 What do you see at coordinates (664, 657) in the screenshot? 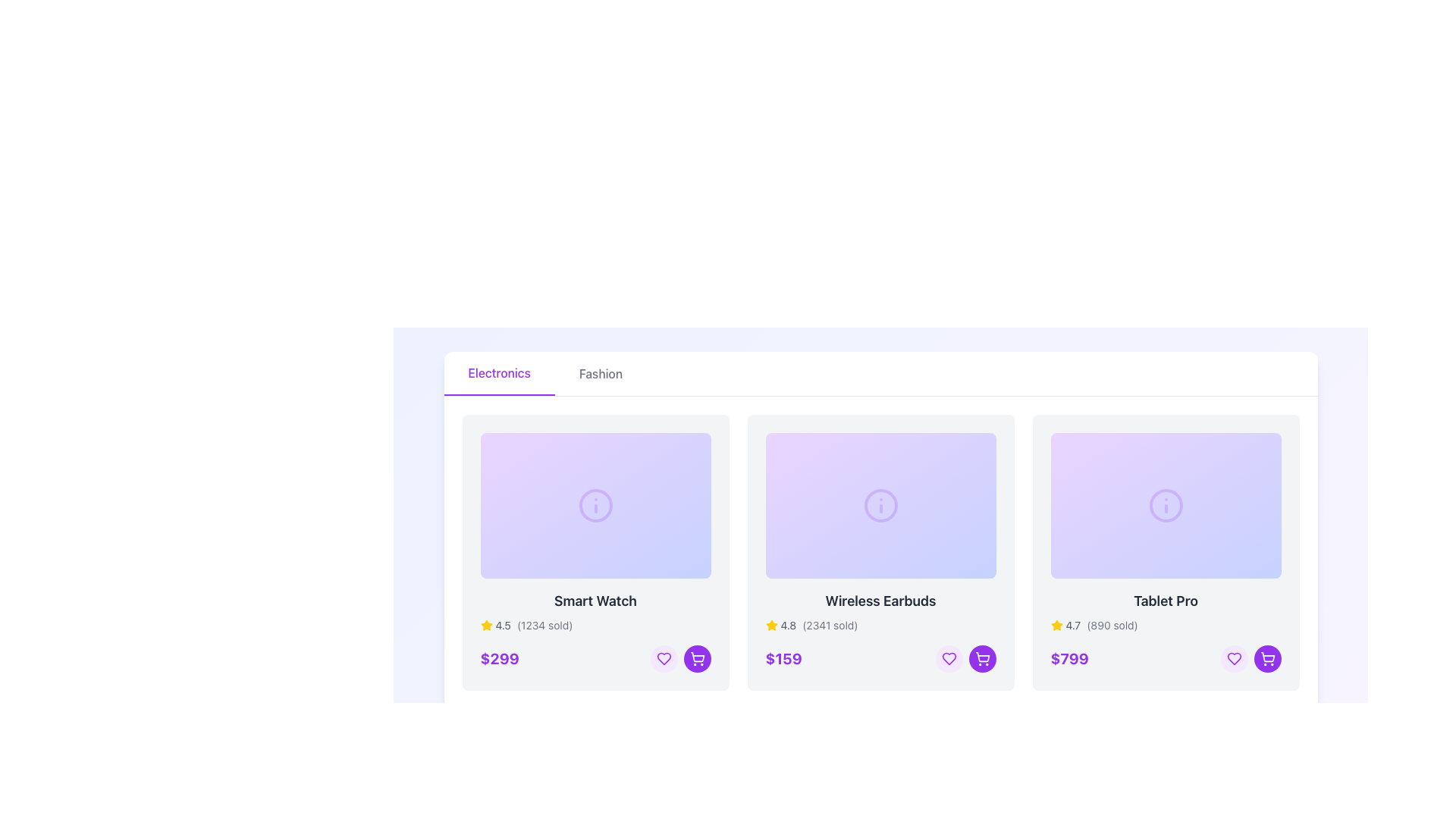
I see `the heart-shaped SVG icon outlined in purple, which is positioned within a circular button at the bottom-right corner of the 'Wireless Earbuds' card` at bounding box center [664, 657].